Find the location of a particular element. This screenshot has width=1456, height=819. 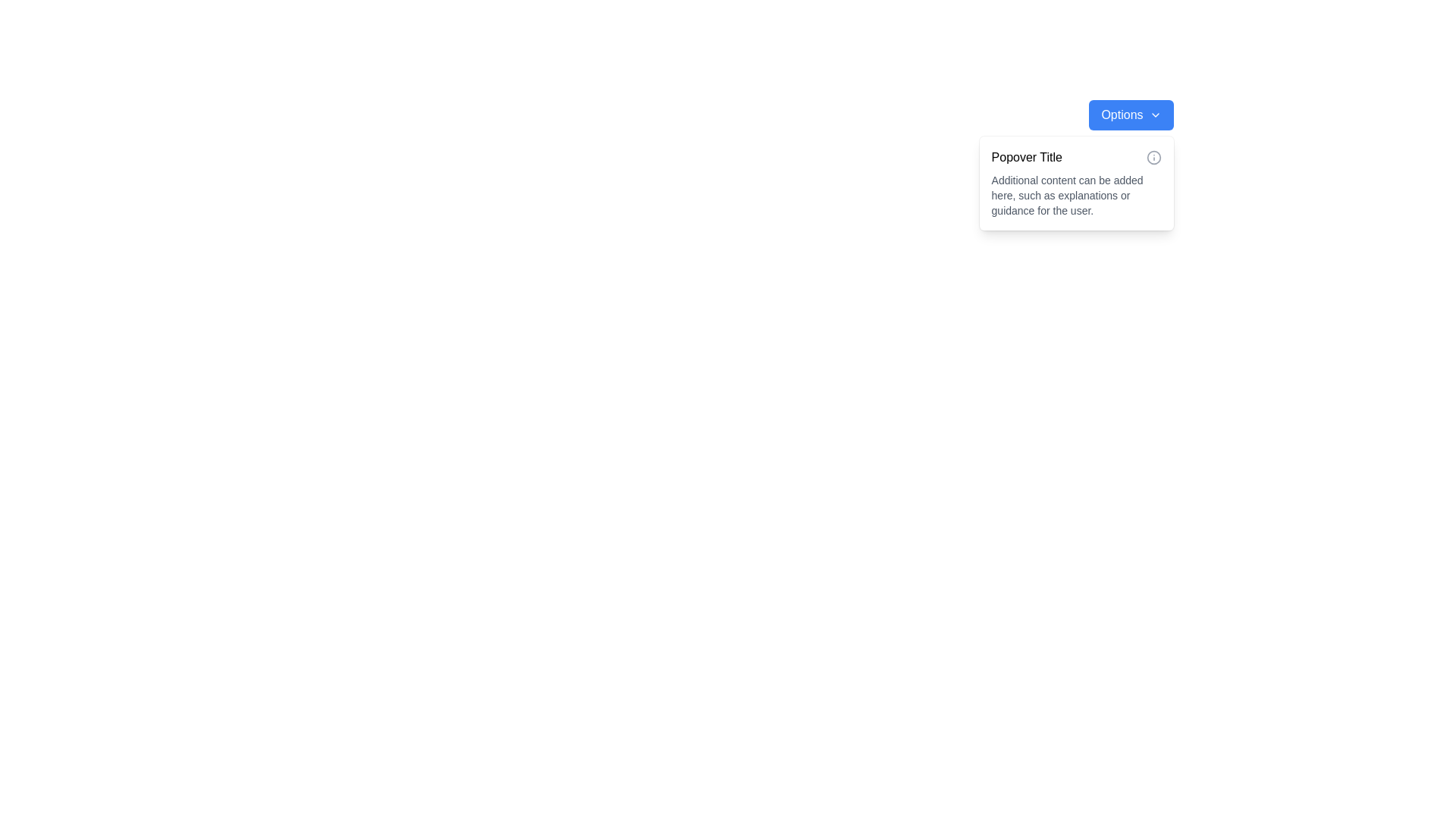

the dropdown trigger button located at the top-right area of the interface is located at coordinates (1131, 114).